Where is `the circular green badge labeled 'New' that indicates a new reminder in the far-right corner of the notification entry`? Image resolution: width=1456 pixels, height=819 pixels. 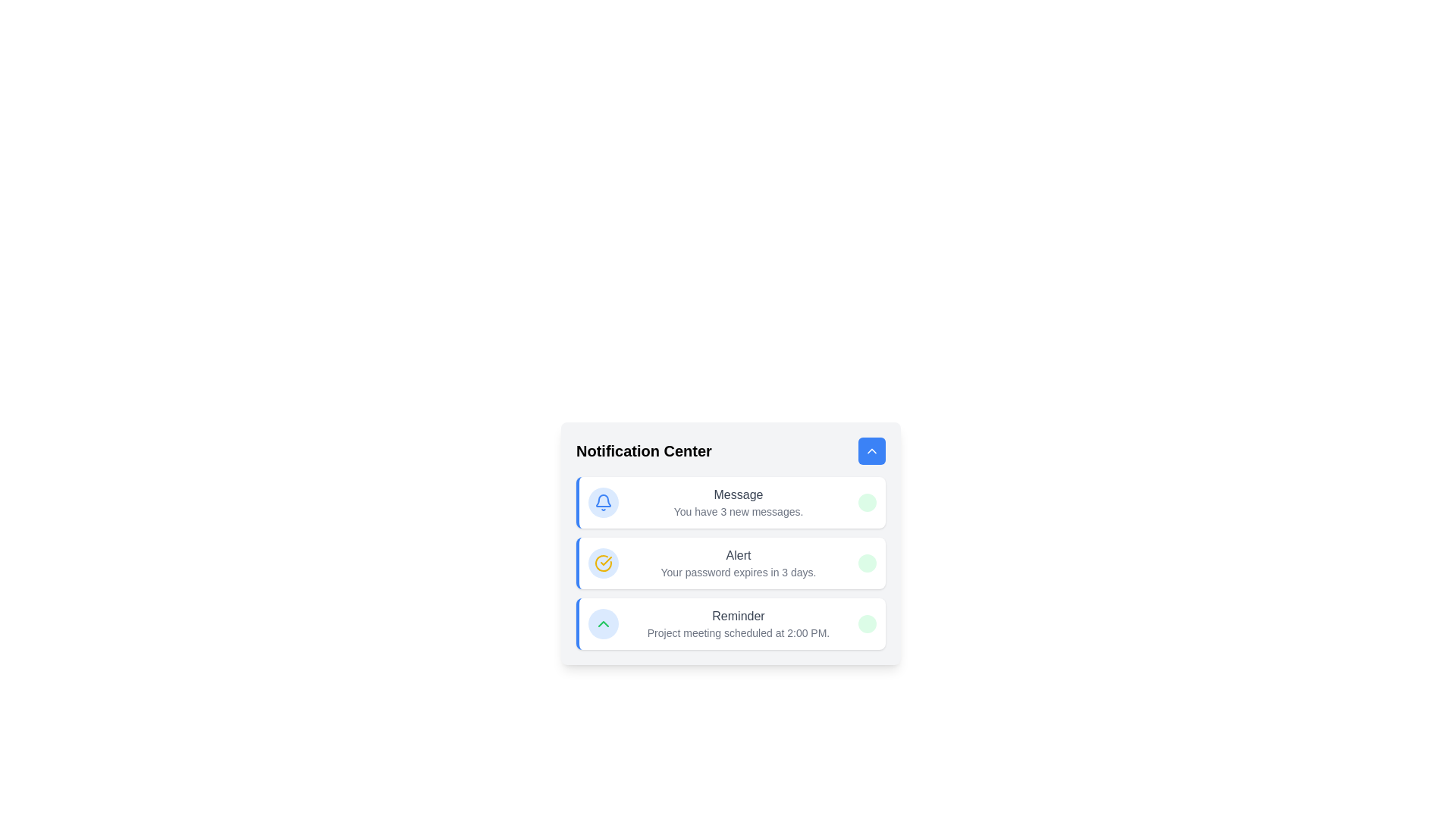
the circular green badge labeled 'New' that indicates a new reminder in the far-right corner of the notification entry is located at coordinates (867, 623).